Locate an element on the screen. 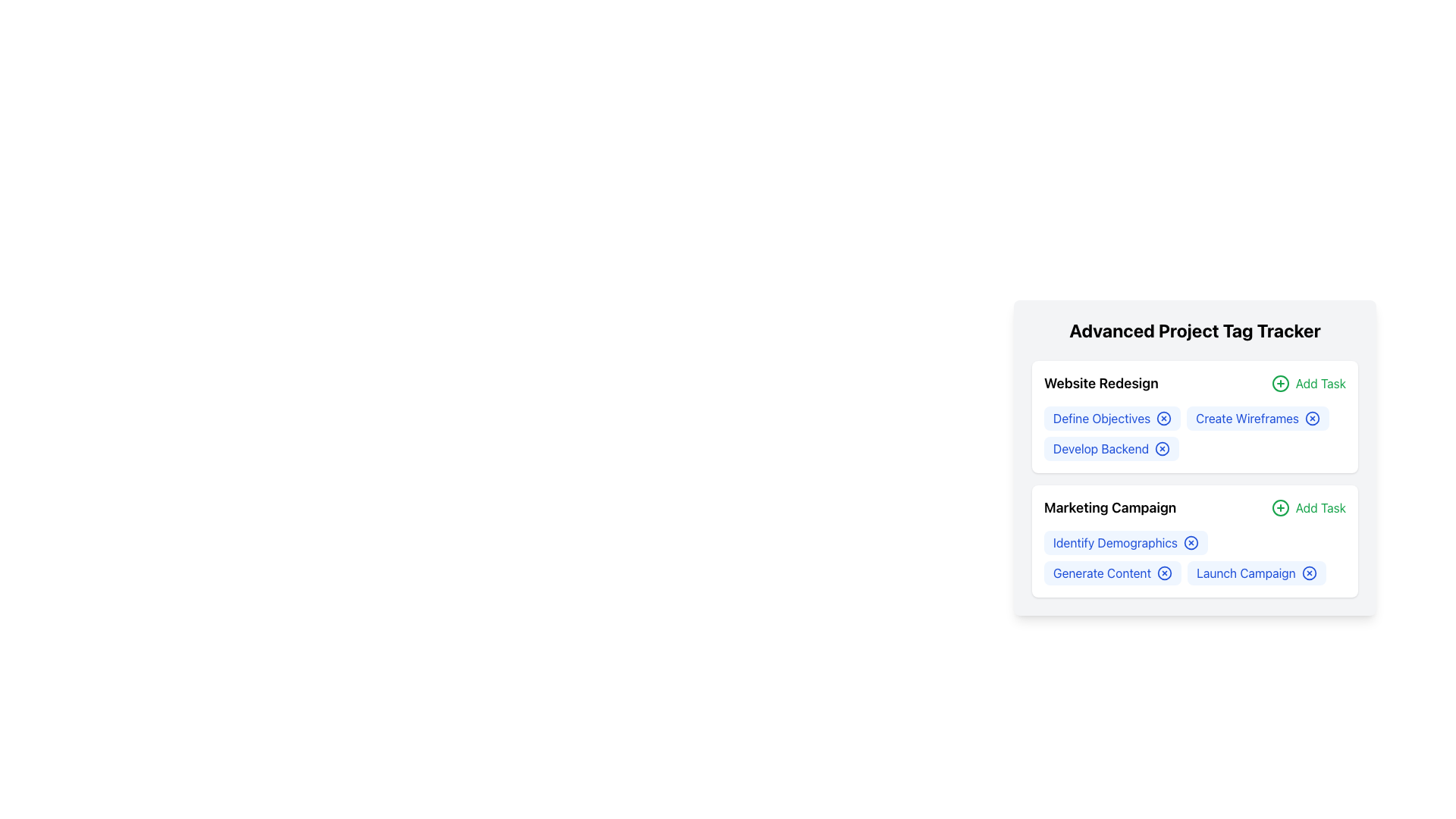 This screenshot has width=1456, height=819. the label displaying 'Develop Backend' in blue font, which is styled with a rounded light blue background and is part of the task list for 'Website Redesign' is located at coordinates (1101, 447).